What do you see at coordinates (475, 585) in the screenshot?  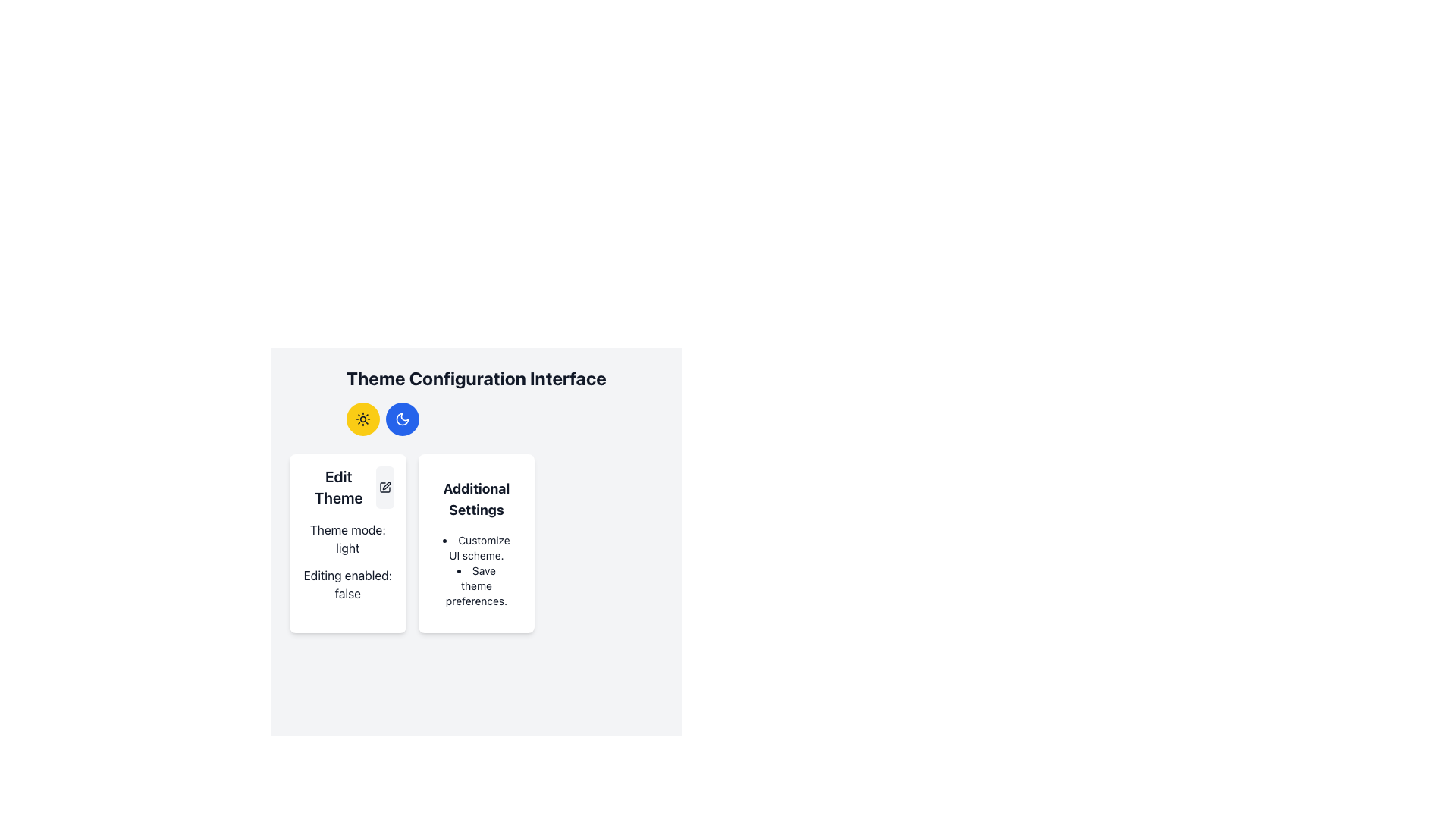 I see `the static text element reading 'Save theme preferences' which is the second item in the bulleted list under the 'Additional Settings' section` at bounding box center [475, 585].